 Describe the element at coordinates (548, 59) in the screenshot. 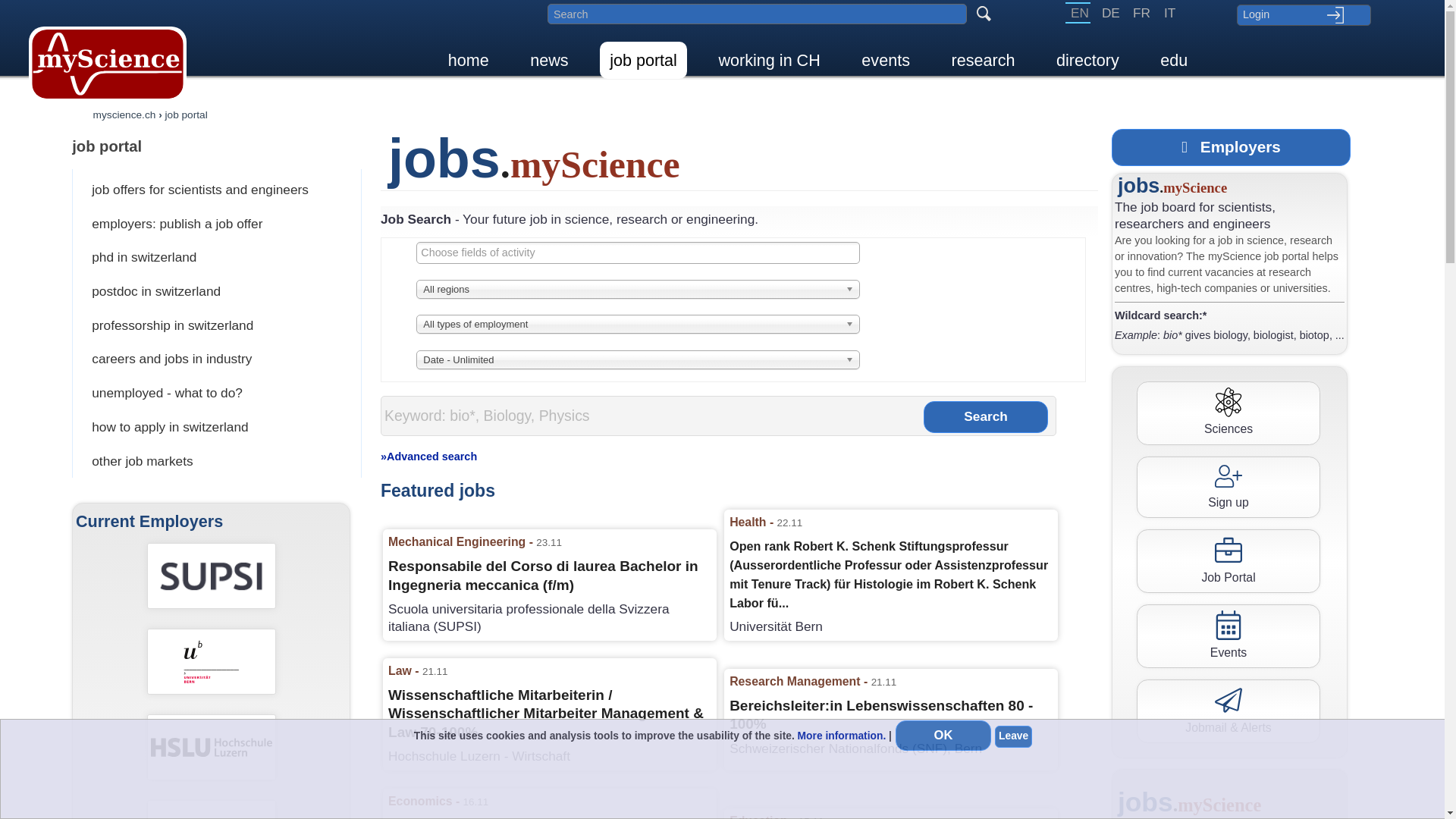

I see `'news'` at that location.